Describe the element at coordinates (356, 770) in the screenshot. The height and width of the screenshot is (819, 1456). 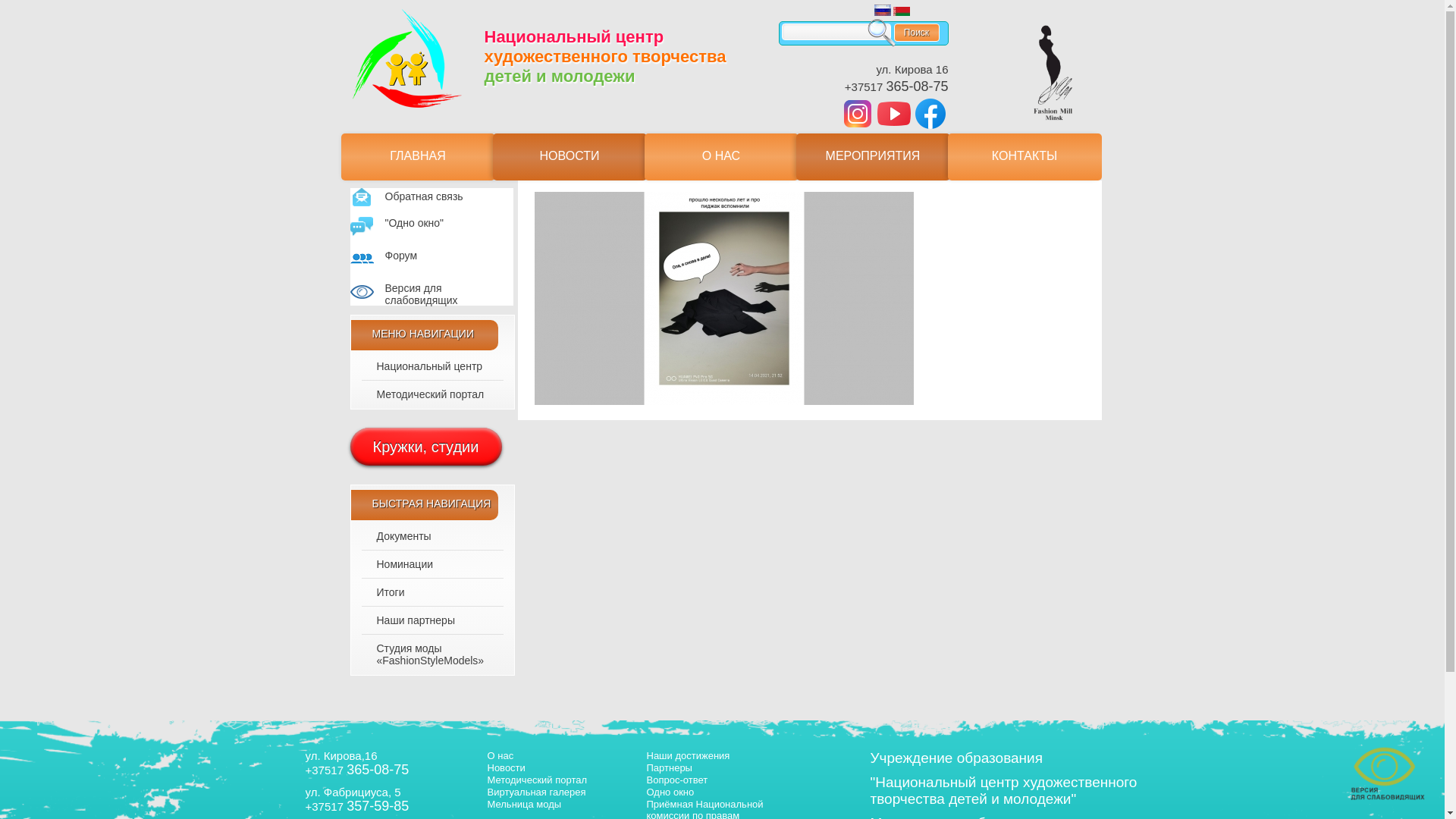
I see `'+37517 365-08-75'` at that location.